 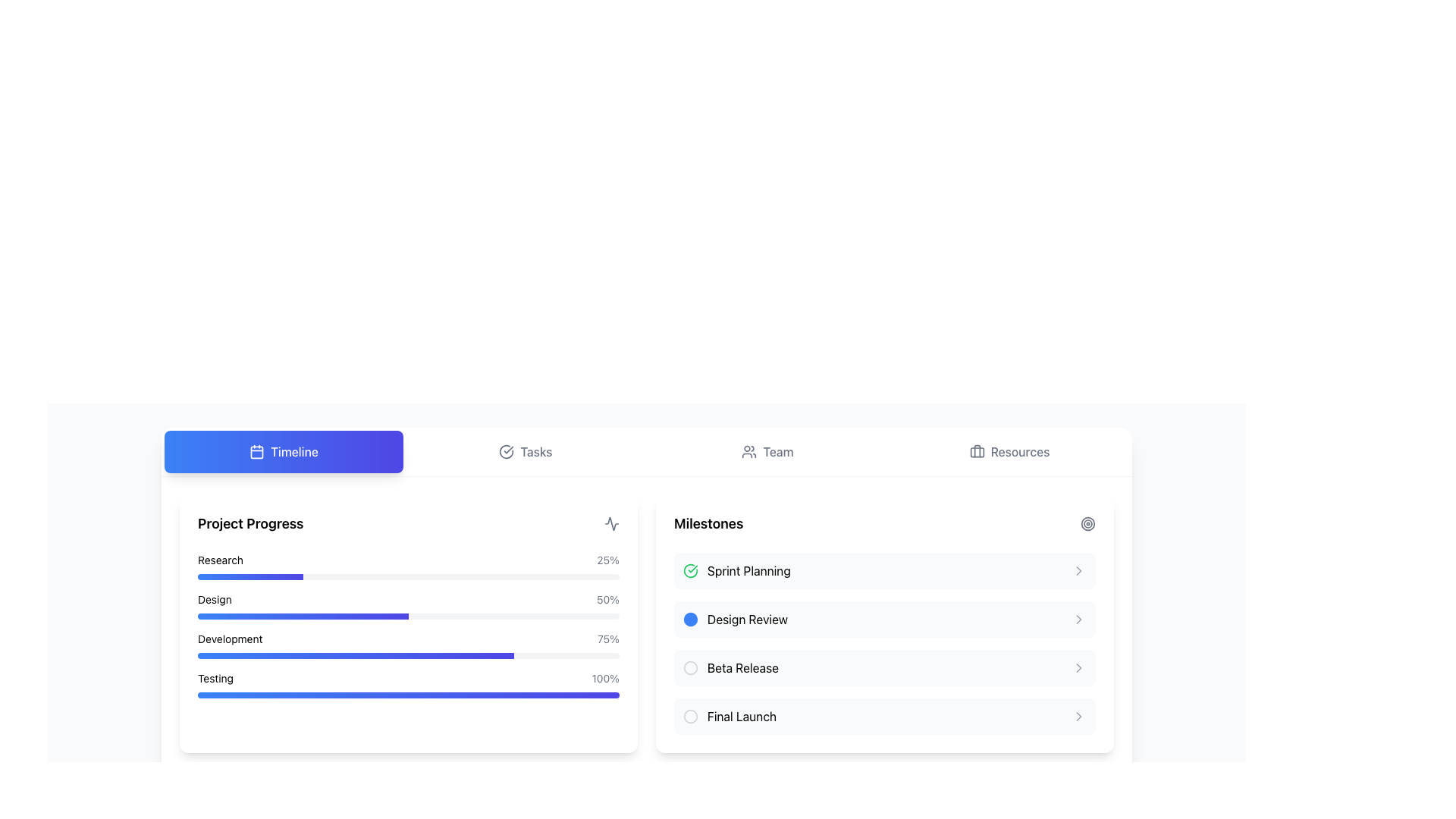 What do you see at coordinates (408, 626) in the screenshot?
I see `the third progress bar under the 'Project Progress' section, which indicates 75% completion of the 'Development' phase` at bounding box center [408, 626].